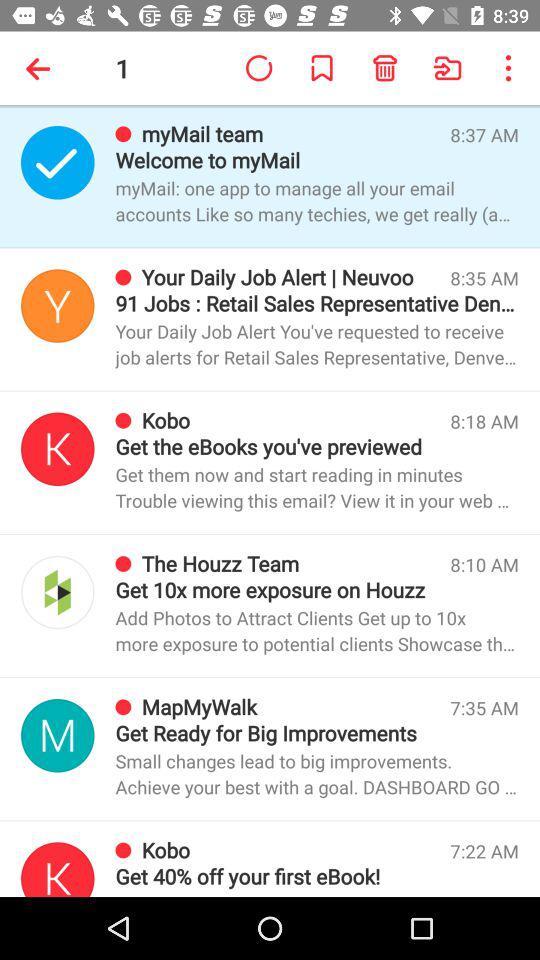 The image size is (540, 960). Describe the element at coordinates (57, 161) in the screenshot. I see `open sender profile open sender settings` at that location.